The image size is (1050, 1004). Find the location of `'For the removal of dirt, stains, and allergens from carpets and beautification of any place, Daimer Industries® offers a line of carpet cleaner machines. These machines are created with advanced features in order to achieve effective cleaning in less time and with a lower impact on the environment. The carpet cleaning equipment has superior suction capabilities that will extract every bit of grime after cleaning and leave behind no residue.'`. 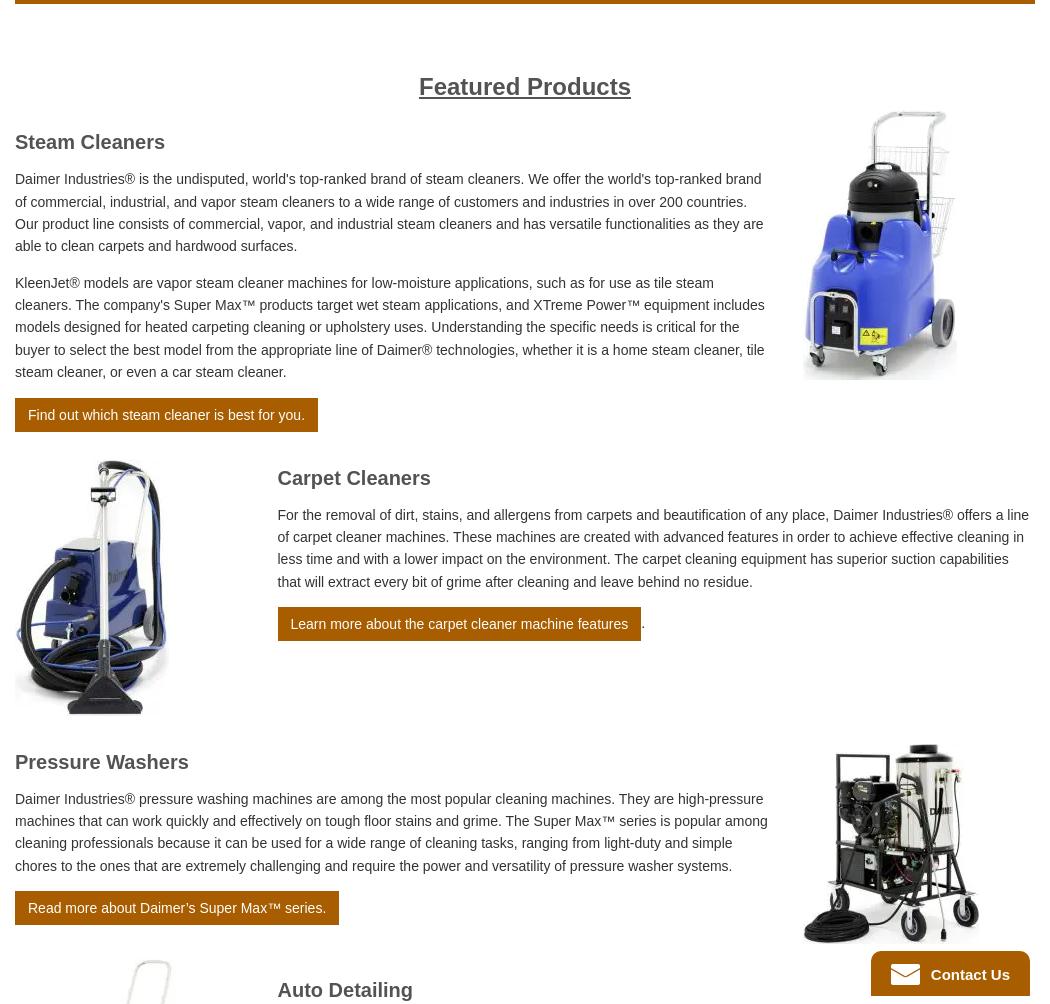

'For the removal of dirt, stains, and allergens from carpets and beautification of any place, Daimer Industries® offers a line of carpet cleaner machines. These machines are created with advanced features in order to achieve effective cleaning in less time and with a lower impact on the environment. The carpet cleaning equipment has superior suction capabilities that will extract every bit of grime after cleaning and leave behind no residue.' is located at coordinates (651, 547).